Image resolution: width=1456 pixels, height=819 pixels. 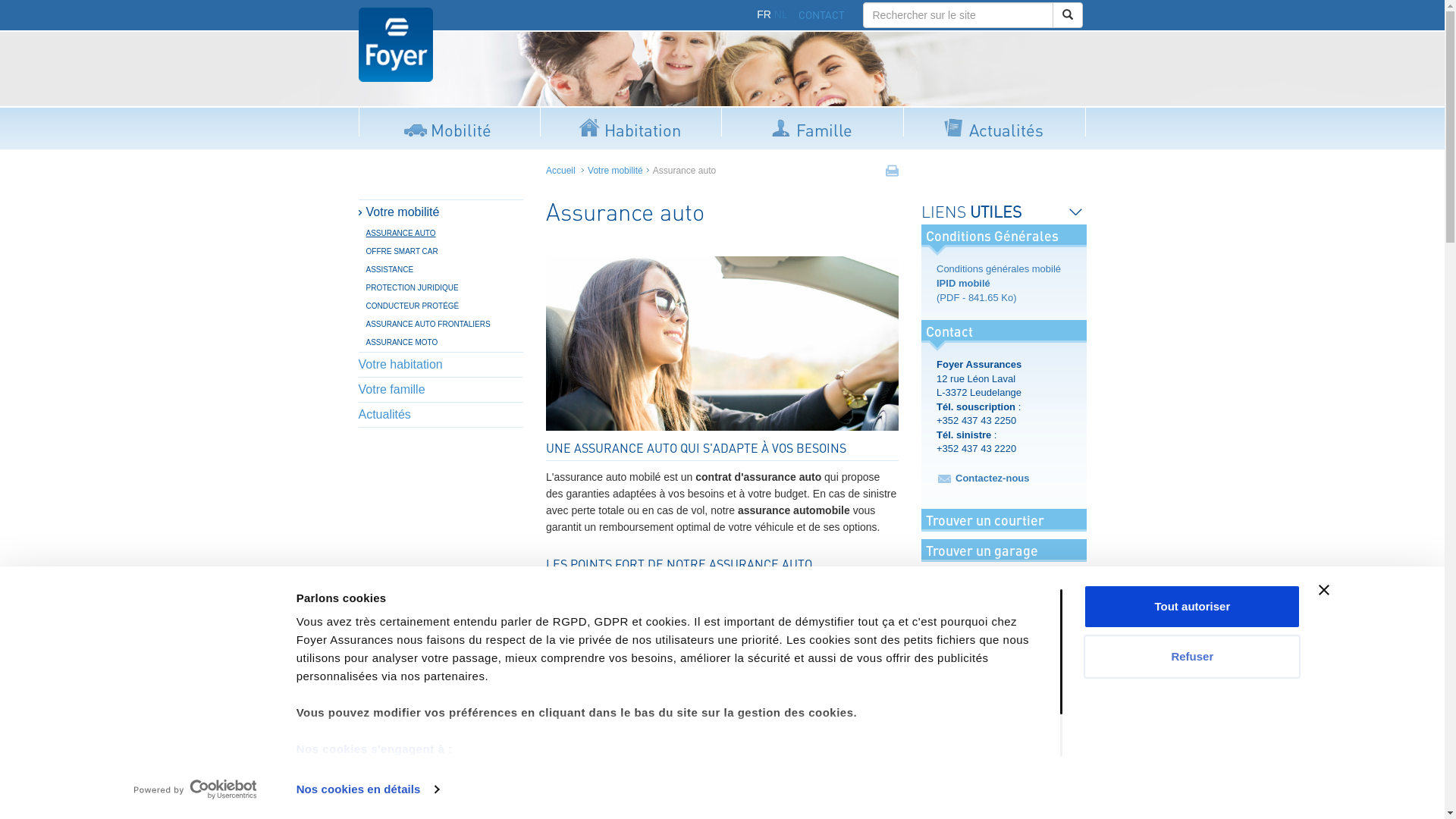 What do you see at coordinates (365, 342) in the screenshot?
I see `'ASSURANCE MOTO'` at bounding box center [365, 342].